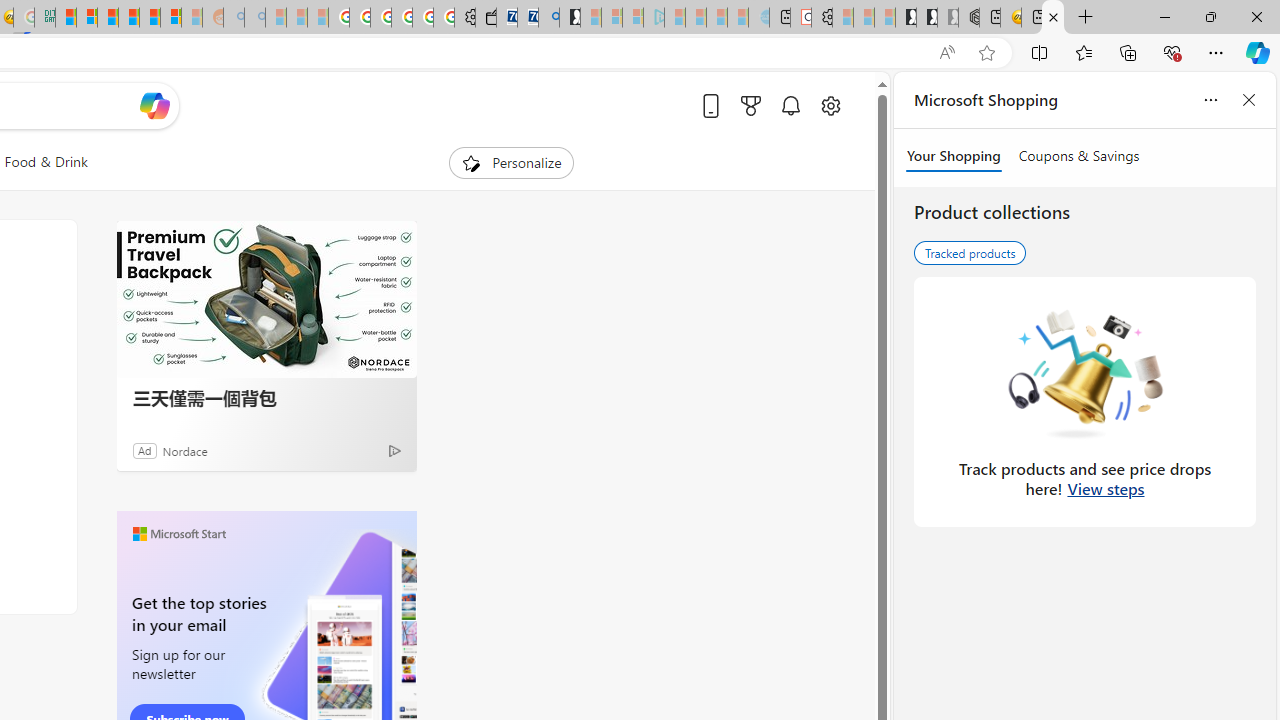 The height and width of the screenshot is (720, 1280). I want to click on 'Microsoft rewards', so click(749, 105).